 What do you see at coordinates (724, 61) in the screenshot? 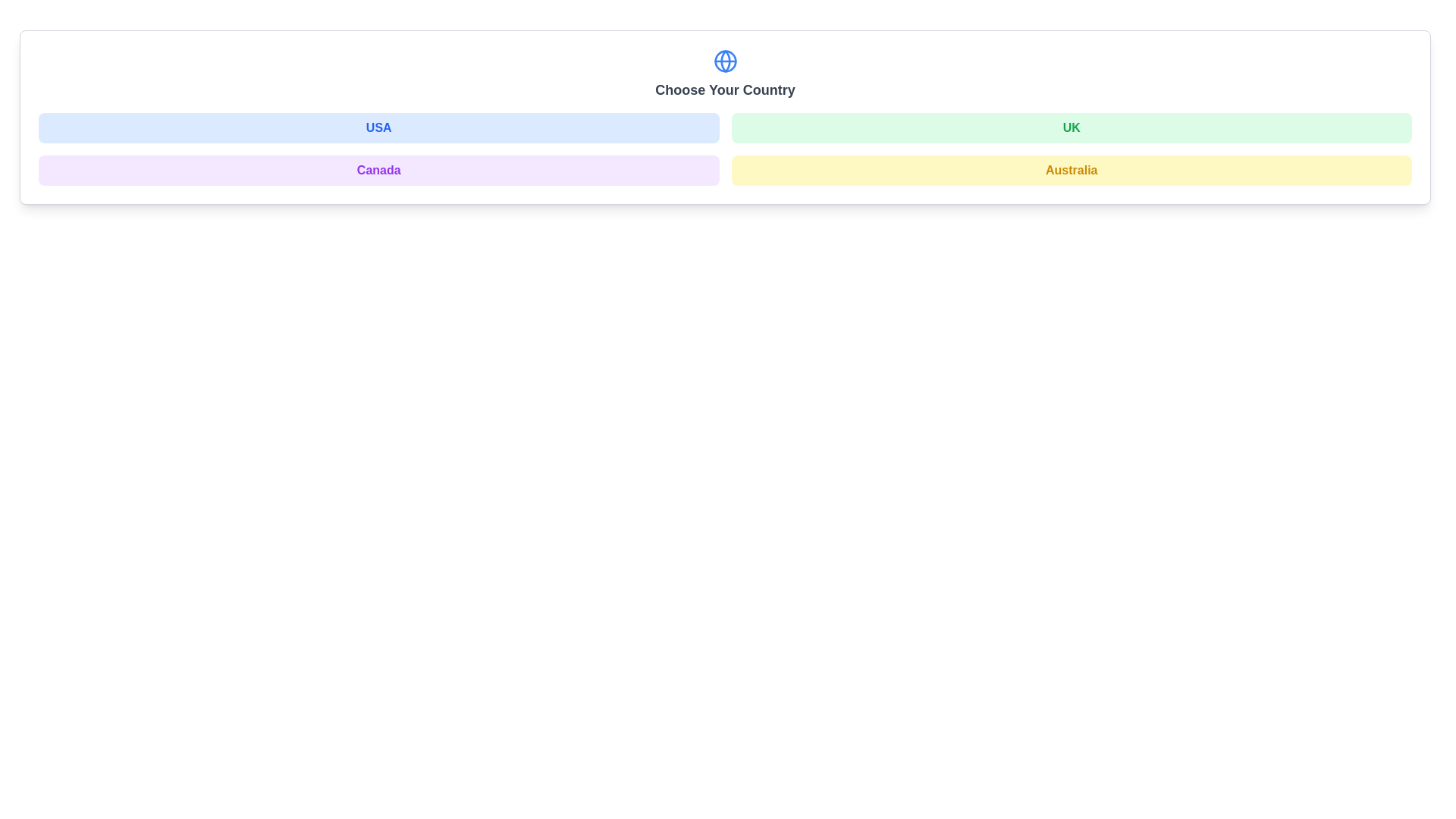
I see `the globe icon, which is visually positioned centrally above the text 'Choose Your Country'` at bounding box center [724, 61].